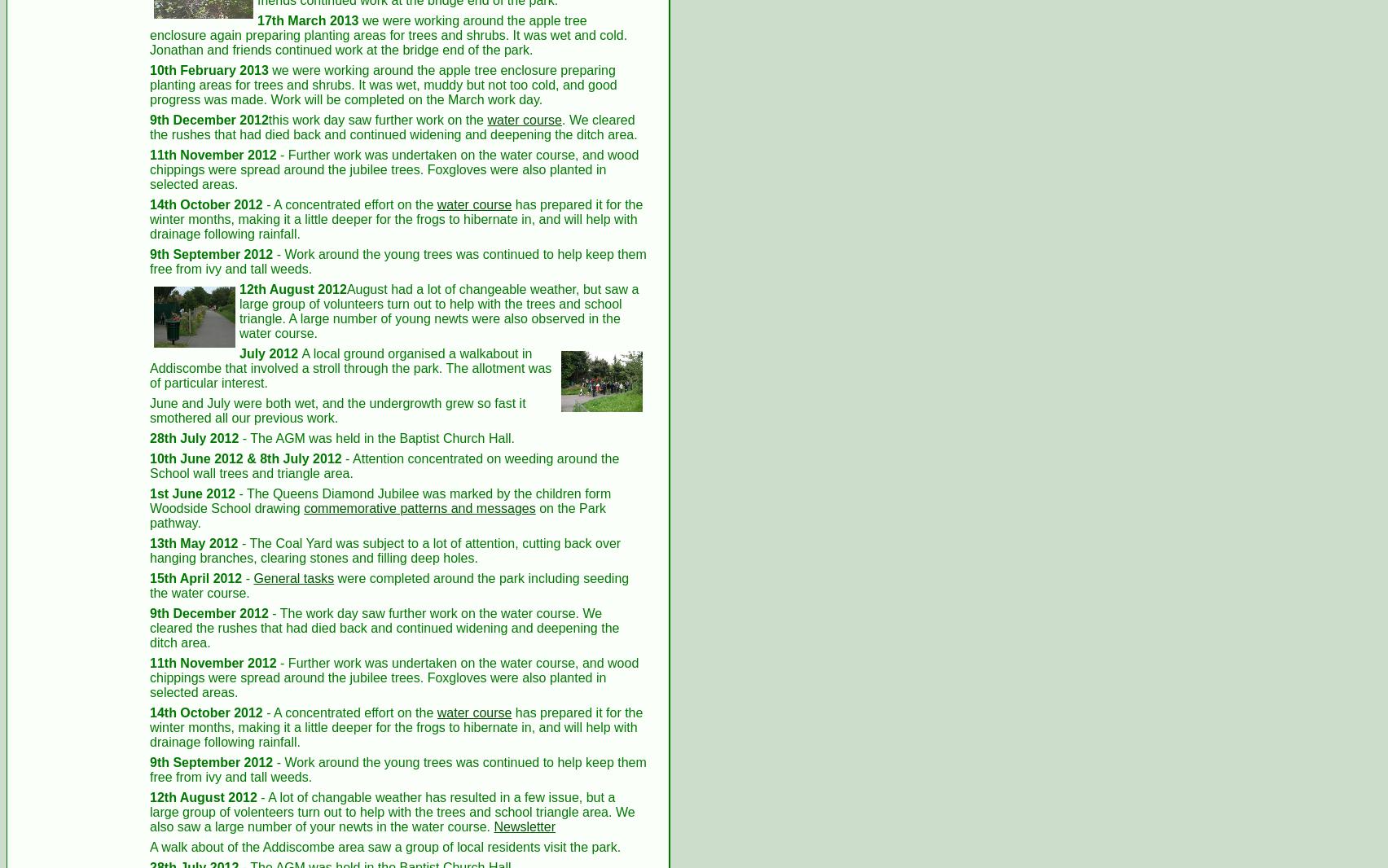  I want to click on '1st June 2012', so click(191, 493).